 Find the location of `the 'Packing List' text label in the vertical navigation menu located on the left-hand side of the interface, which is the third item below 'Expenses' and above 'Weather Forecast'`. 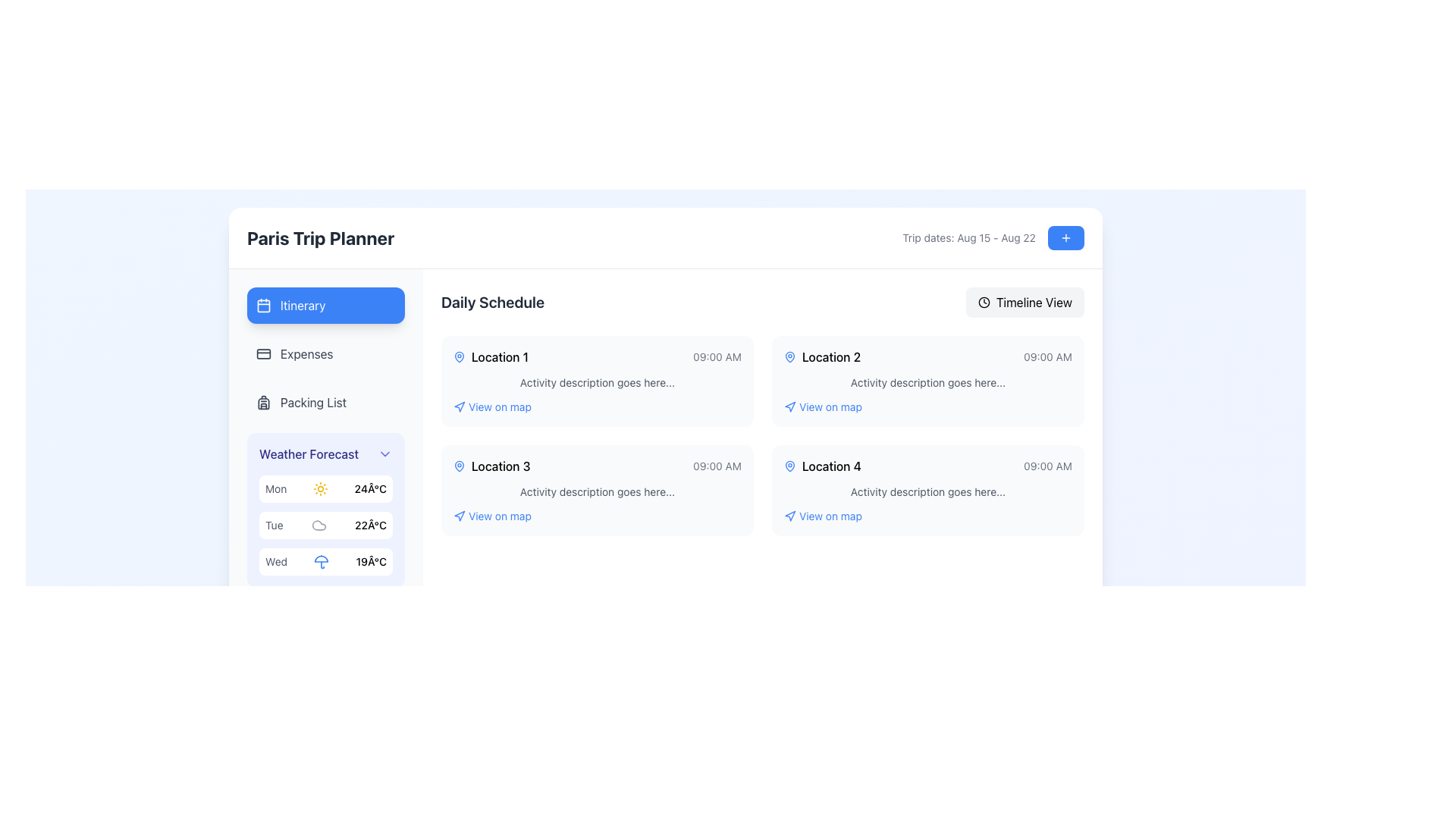

the 'Packing List' text label in the vertical navigation menu located on the left-hand side of the interface, which is the third item below 'Expenses' and above 'Weather Forecast' is located at coordinates (312, 402).